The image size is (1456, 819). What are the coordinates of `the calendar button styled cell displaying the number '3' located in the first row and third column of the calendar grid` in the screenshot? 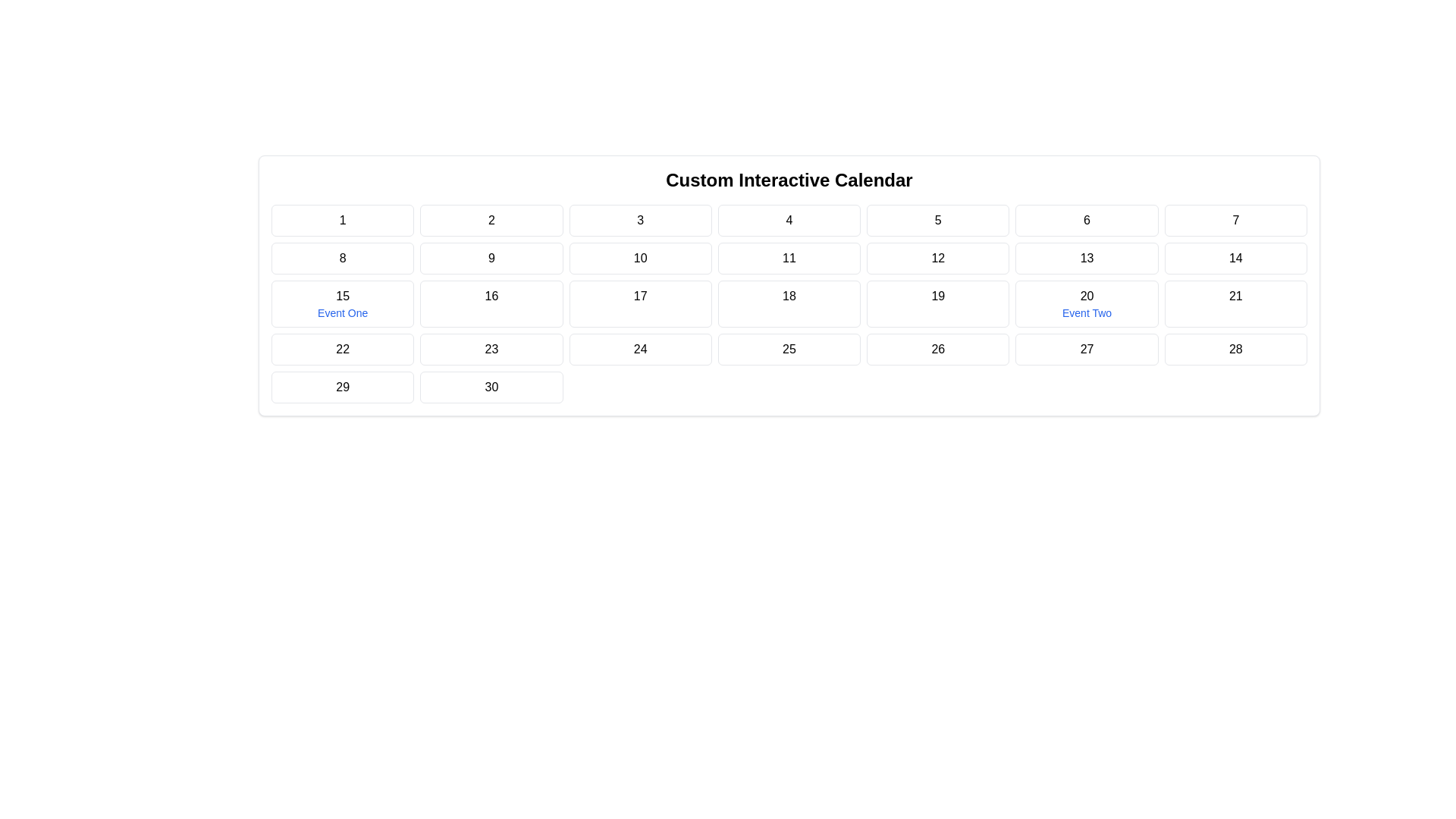 It's located at (640, 220).